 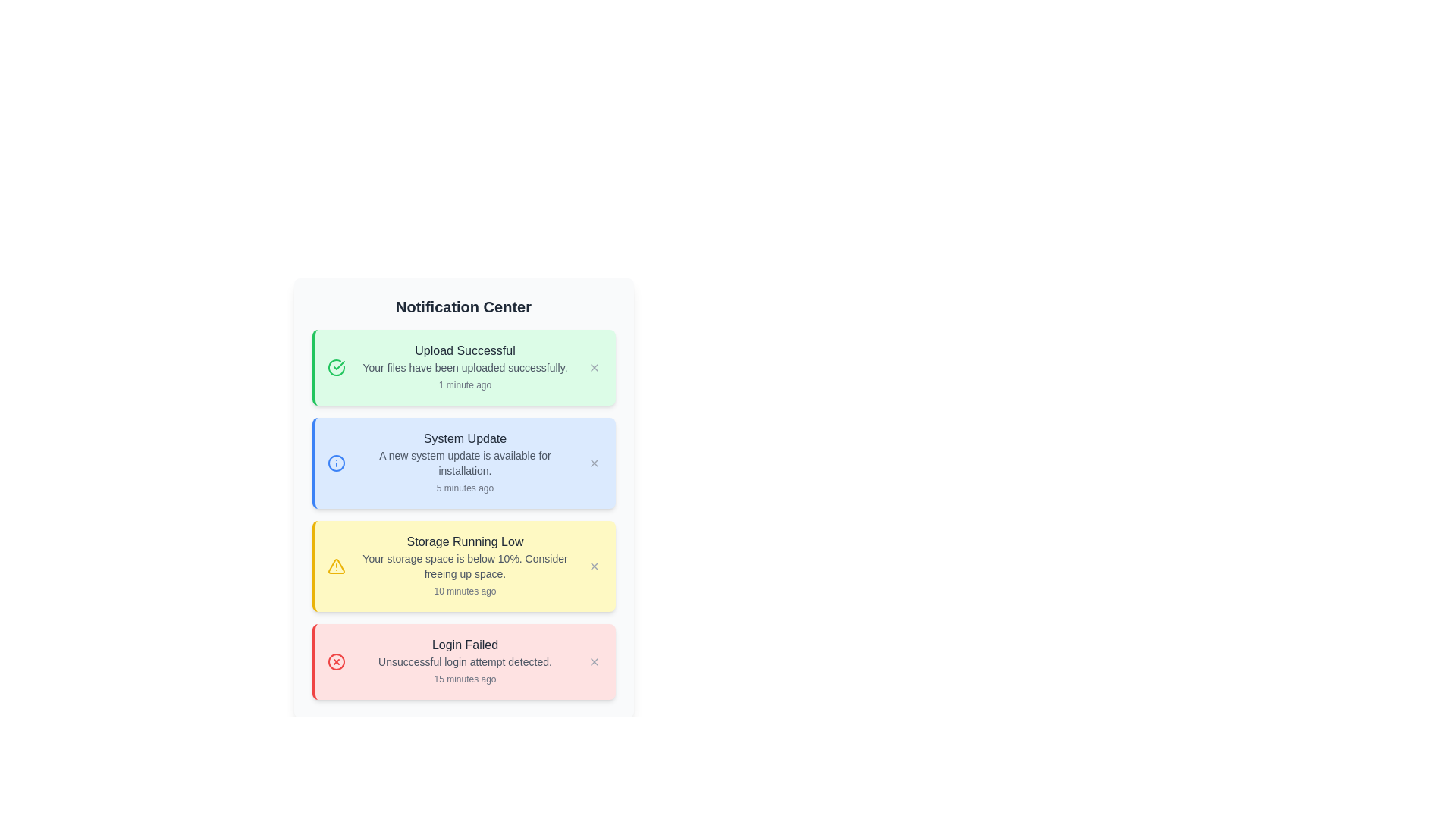 What do you see at coordinates (335, 368) in the screenshot?
I see `the circular icon with a green border and checkmark symbol, located to the left of the 'Upload Successful' notification text in the green notification banner` at bounding box center [335, 368].